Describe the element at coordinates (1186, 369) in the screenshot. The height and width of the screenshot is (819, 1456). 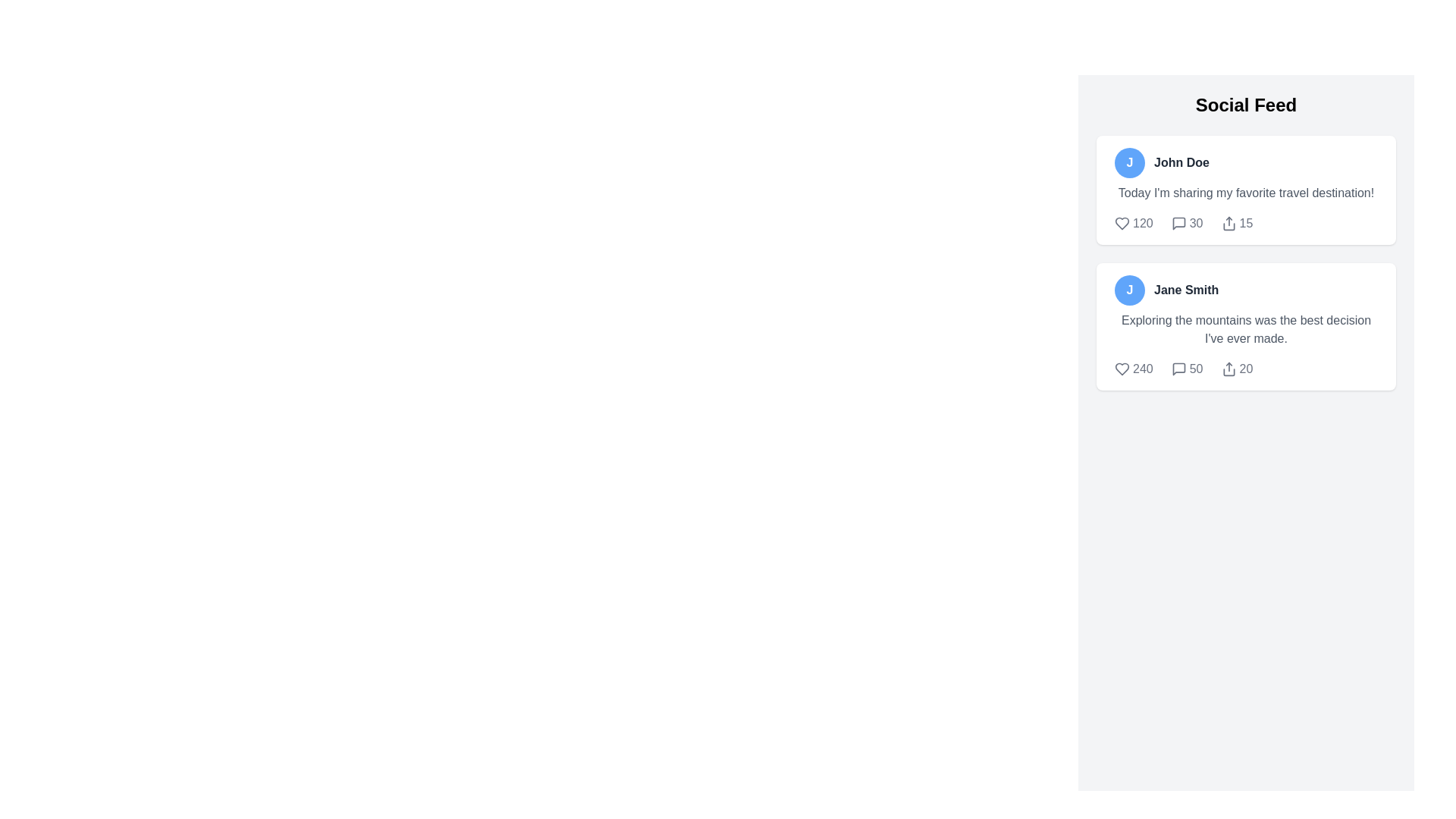
I see `the numeric text '50' next to the speech bubble icon indicating comments or messages, which is the second interactive metric under the post by 'Jane Smith'` at that location.